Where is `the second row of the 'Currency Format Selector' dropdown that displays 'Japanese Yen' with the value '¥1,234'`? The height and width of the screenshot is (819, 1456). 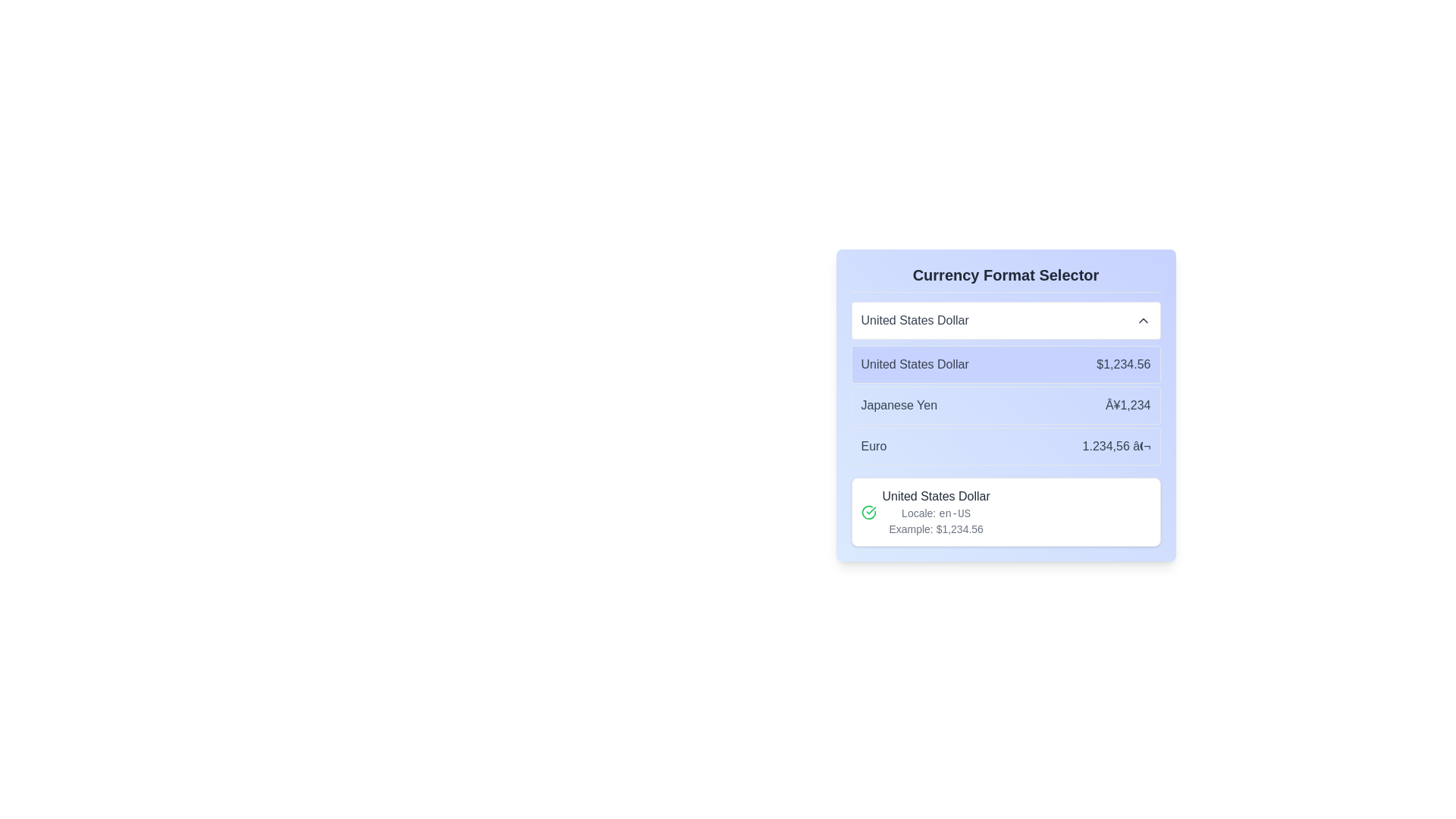
the second row of the 'Currency Format Selector' dropdown that displays 'Japanese Yen' with the value '¥1,234' is located at coordinates (1006, 405).